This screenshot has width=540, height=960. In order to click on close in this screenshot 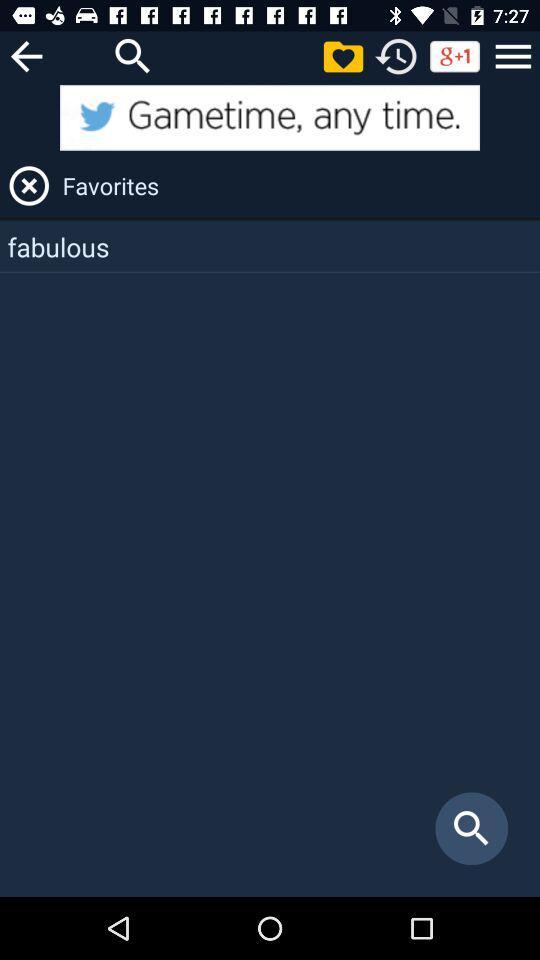, I will do `click(28, 185)`.